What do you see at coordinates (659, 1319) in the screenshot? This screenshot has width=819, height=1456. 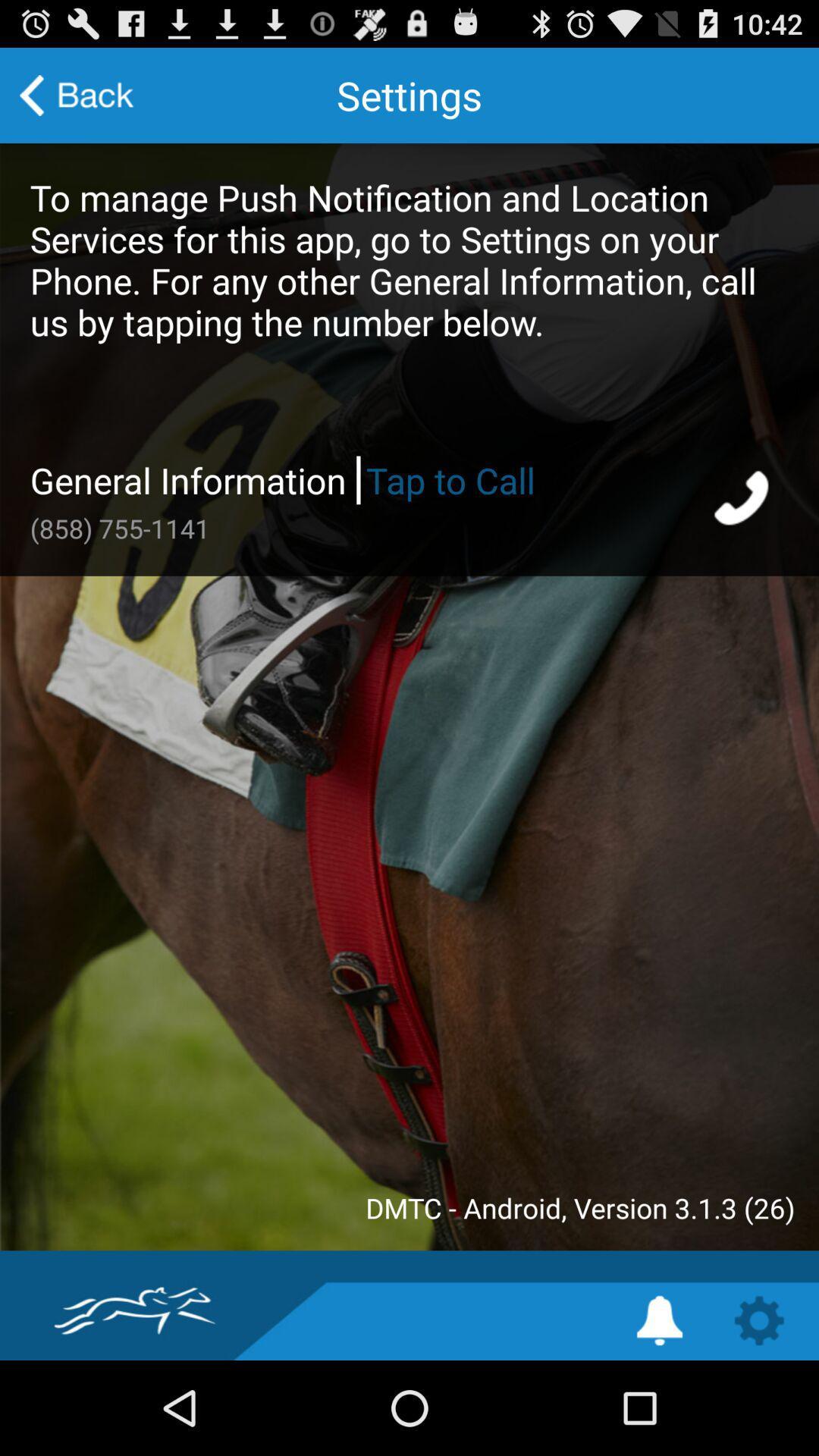 I see `get notifications` at bounding box center [659, 1319].